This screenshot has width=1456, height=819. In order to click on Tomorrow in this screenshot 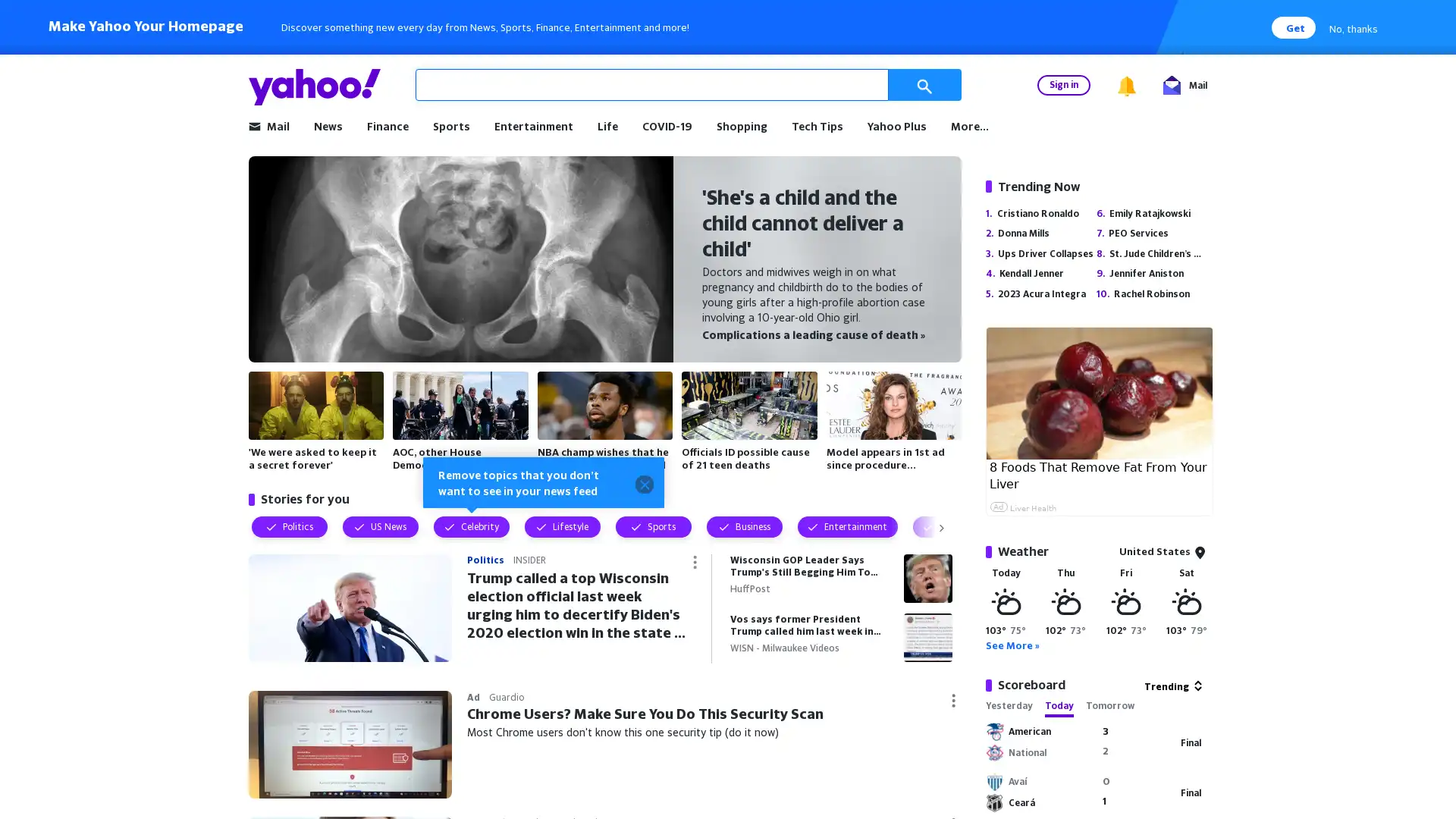, I will do `click(1110, 708)`.